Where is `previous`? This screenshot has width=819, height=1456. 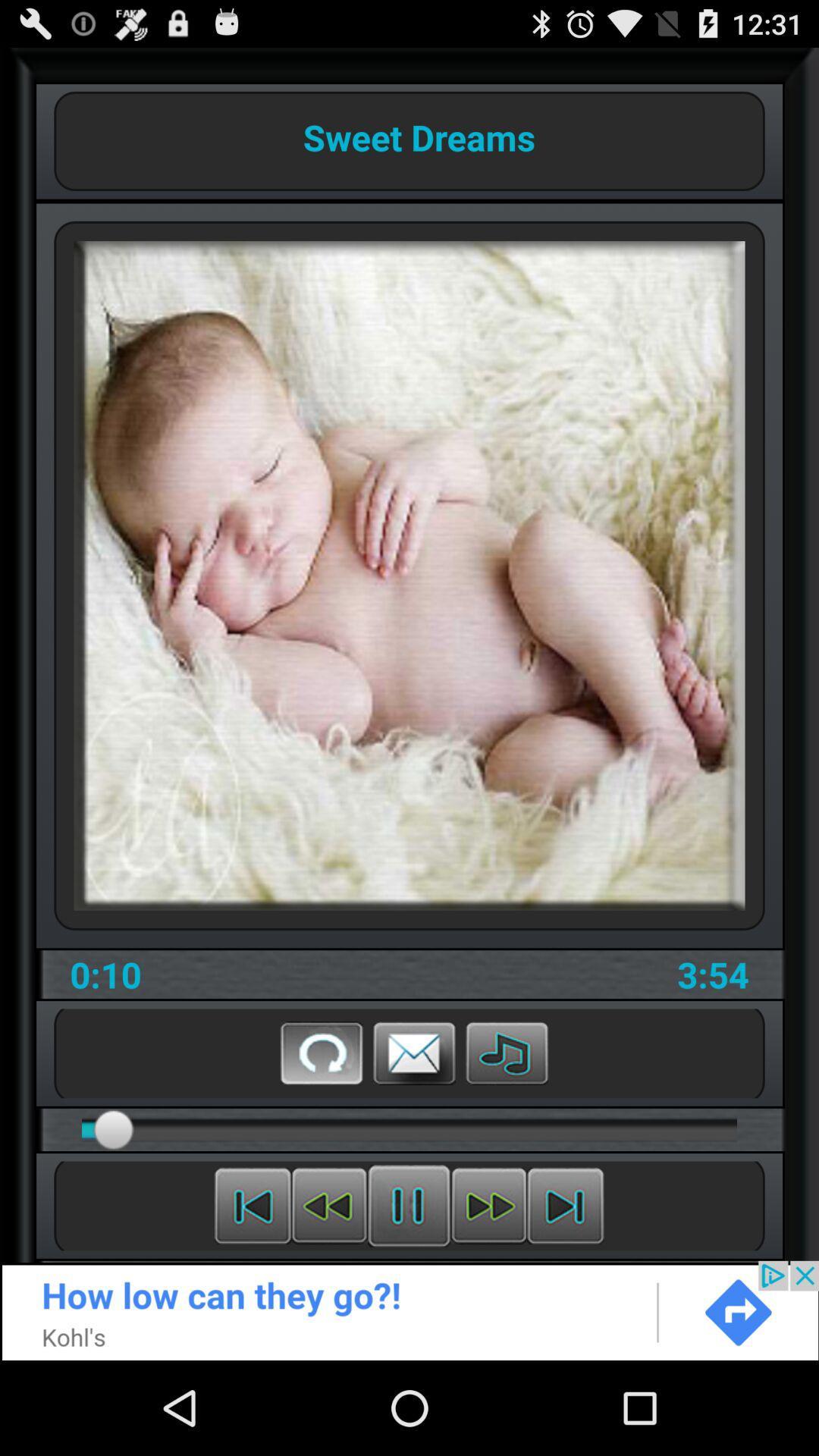 previous is located at coordinates (252, 1205).